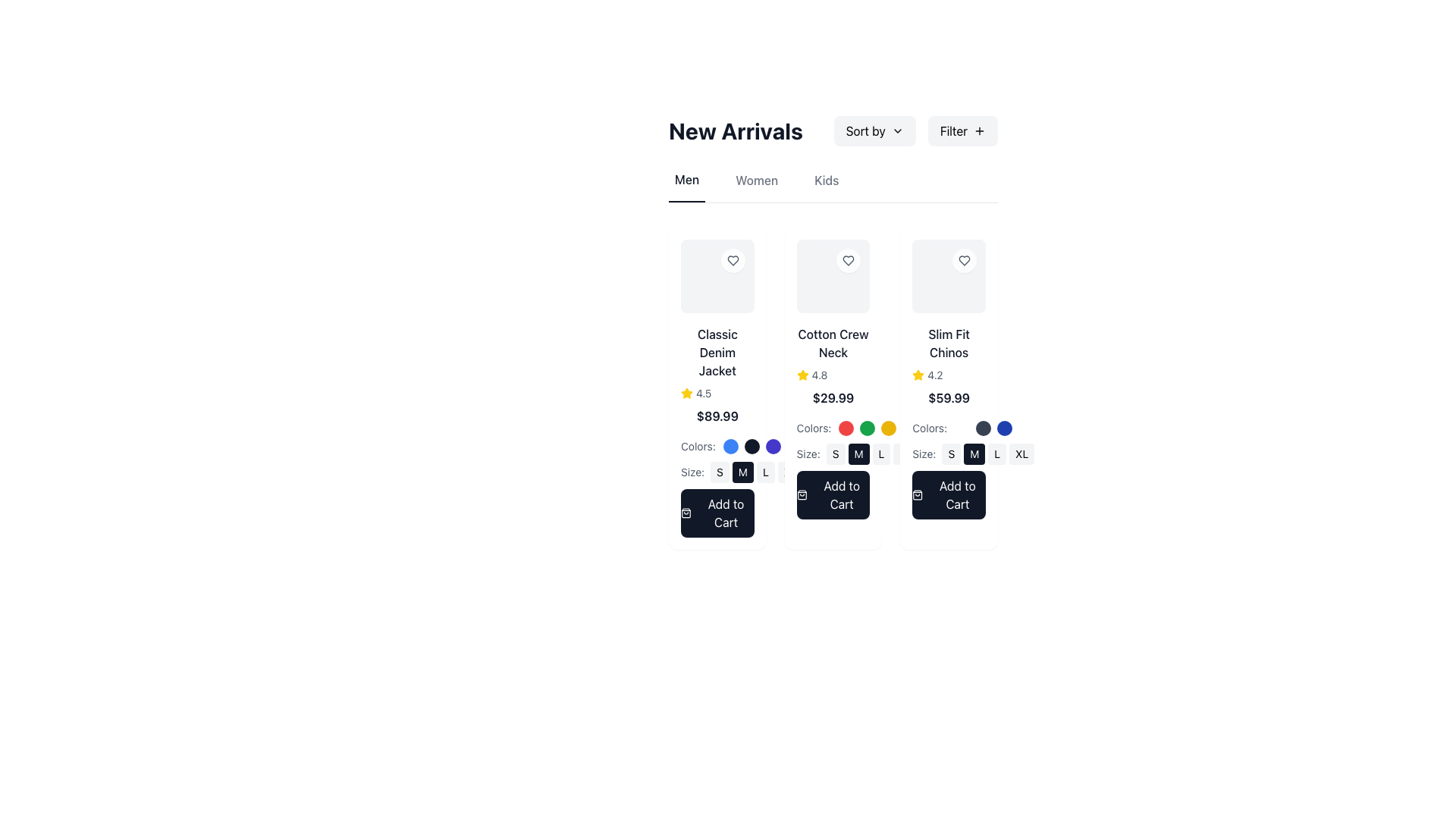 The image size is (1456, 819). What do you see at coordinates (733, 259) in the screenshot?
I see `the heart-shaped icon button located near the top-right corner of the Slim Fit Chinos product tile in the New Arrivals section to observe visual feedback` at bounding box center [733, 259].